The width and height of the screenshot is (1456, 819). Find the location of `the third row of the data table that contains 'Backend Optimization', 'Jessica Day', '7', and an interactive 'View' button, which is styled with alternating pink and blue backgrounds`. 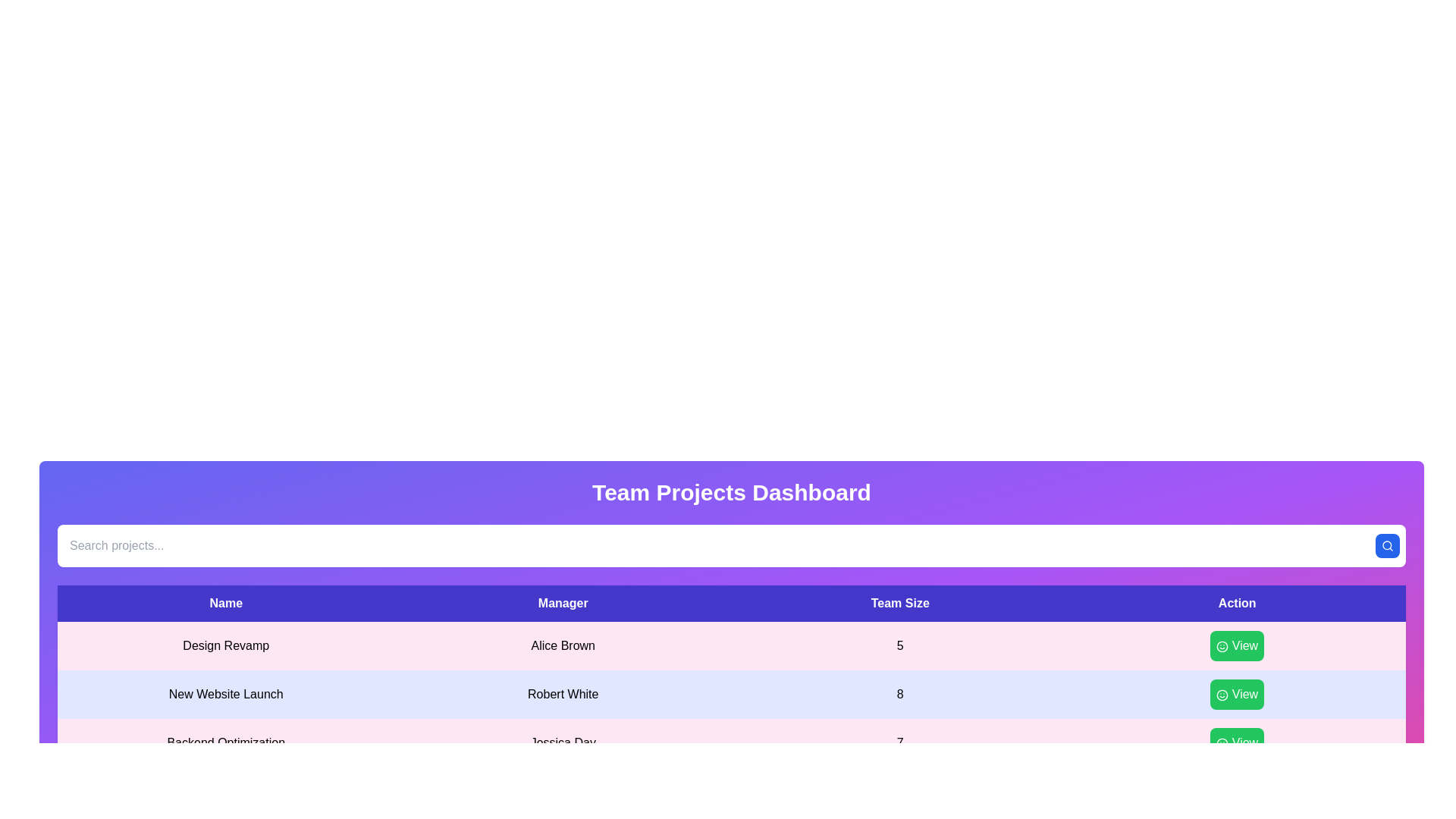

the third row of the data table that contains 'Backend Optimization', 'Jessica Day', '7', and an interactive 'View' button, which is styled with alternating pink and blue backgrounds is located at coordinates (731, 742).